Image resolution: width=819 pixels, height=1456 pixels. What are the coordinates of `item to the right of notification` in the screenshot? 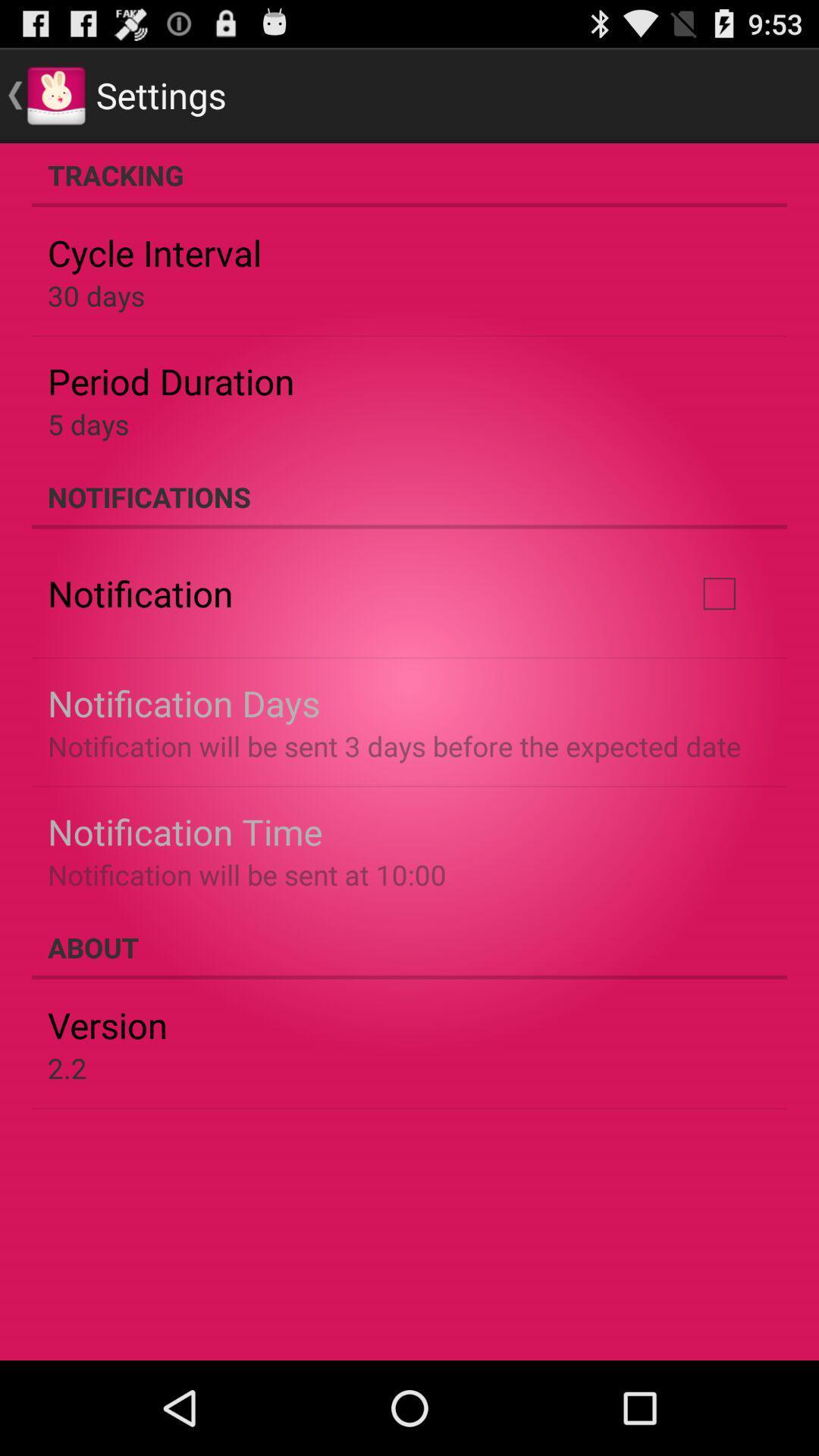 It's located at (718, 592).